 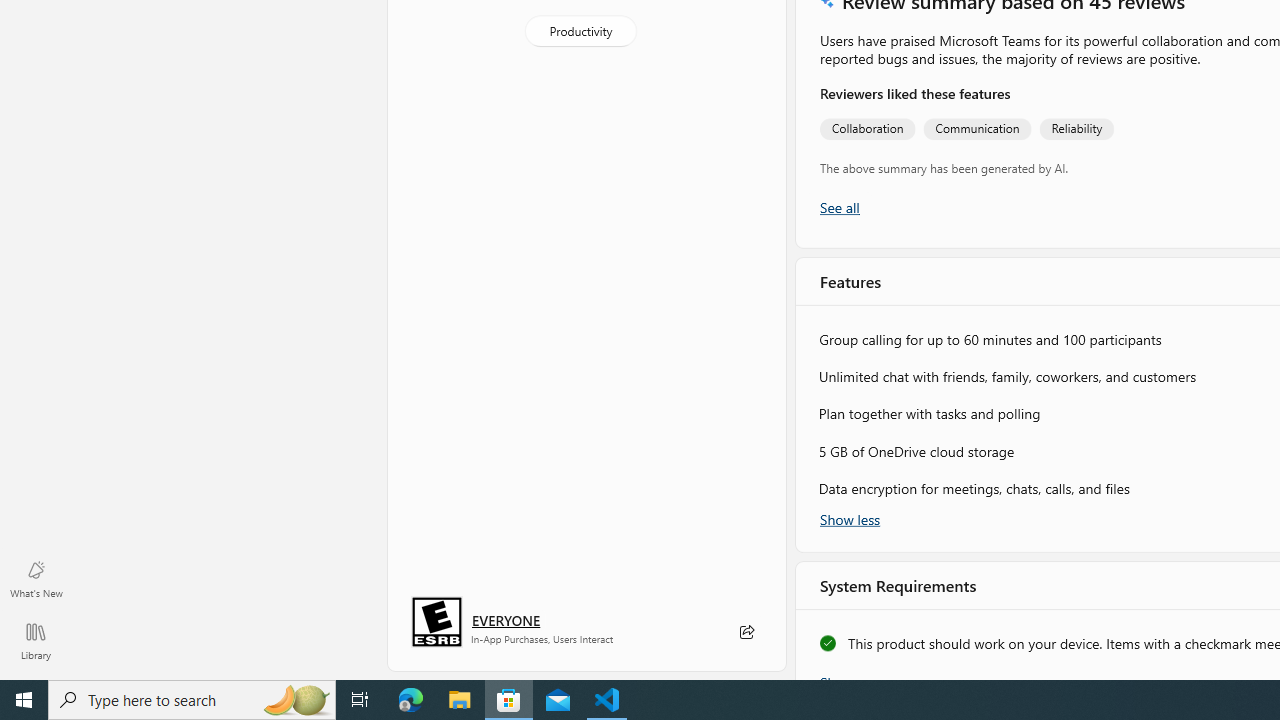 I want to click on 'Library', so click(x=35, y=640).